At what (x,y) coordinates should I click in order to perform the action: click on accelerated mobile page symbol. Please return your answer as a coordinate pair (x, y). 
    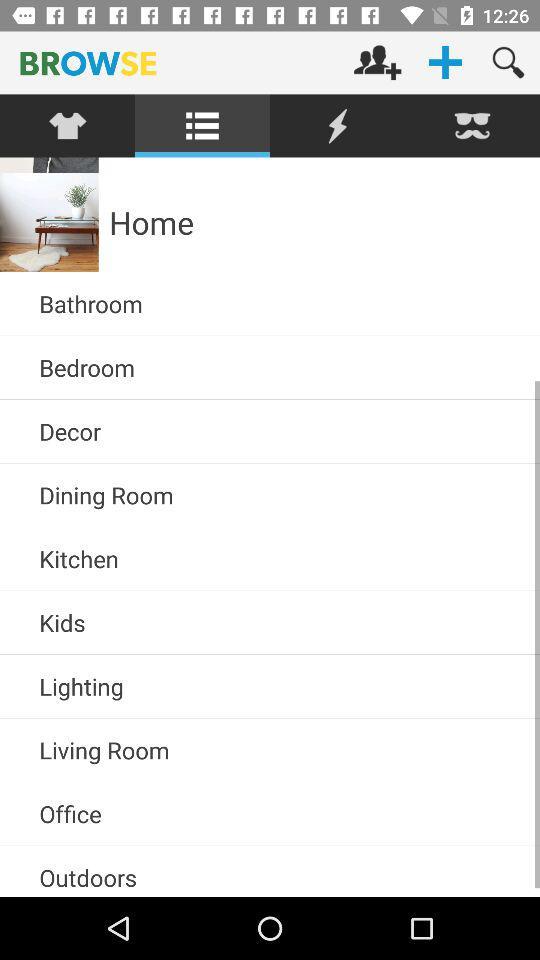
    Looking at the image, I should click on (337, 125).